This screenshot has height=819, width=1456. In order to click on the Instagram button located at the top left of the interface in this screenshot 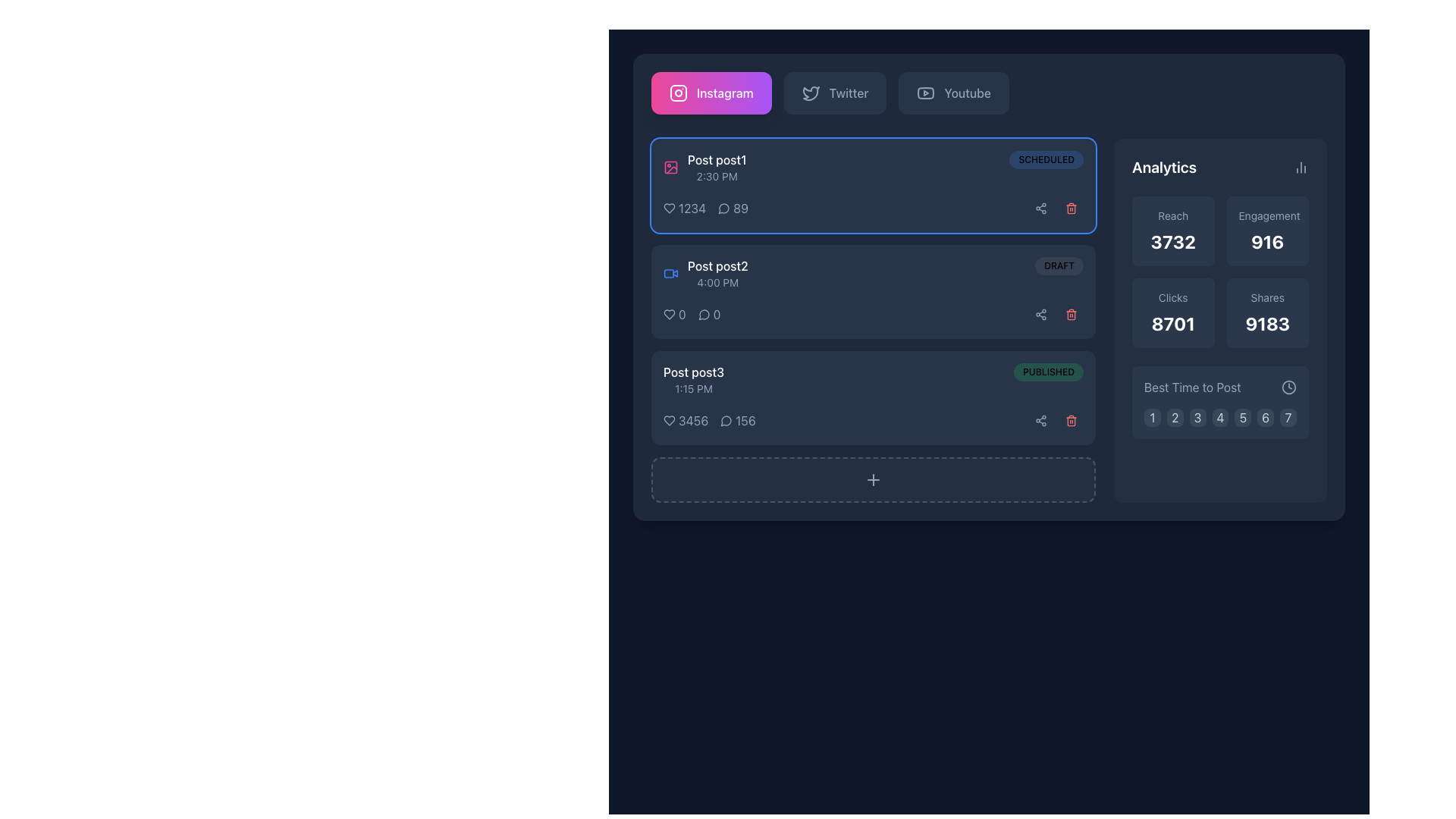, I will do `click(711, 93)`.